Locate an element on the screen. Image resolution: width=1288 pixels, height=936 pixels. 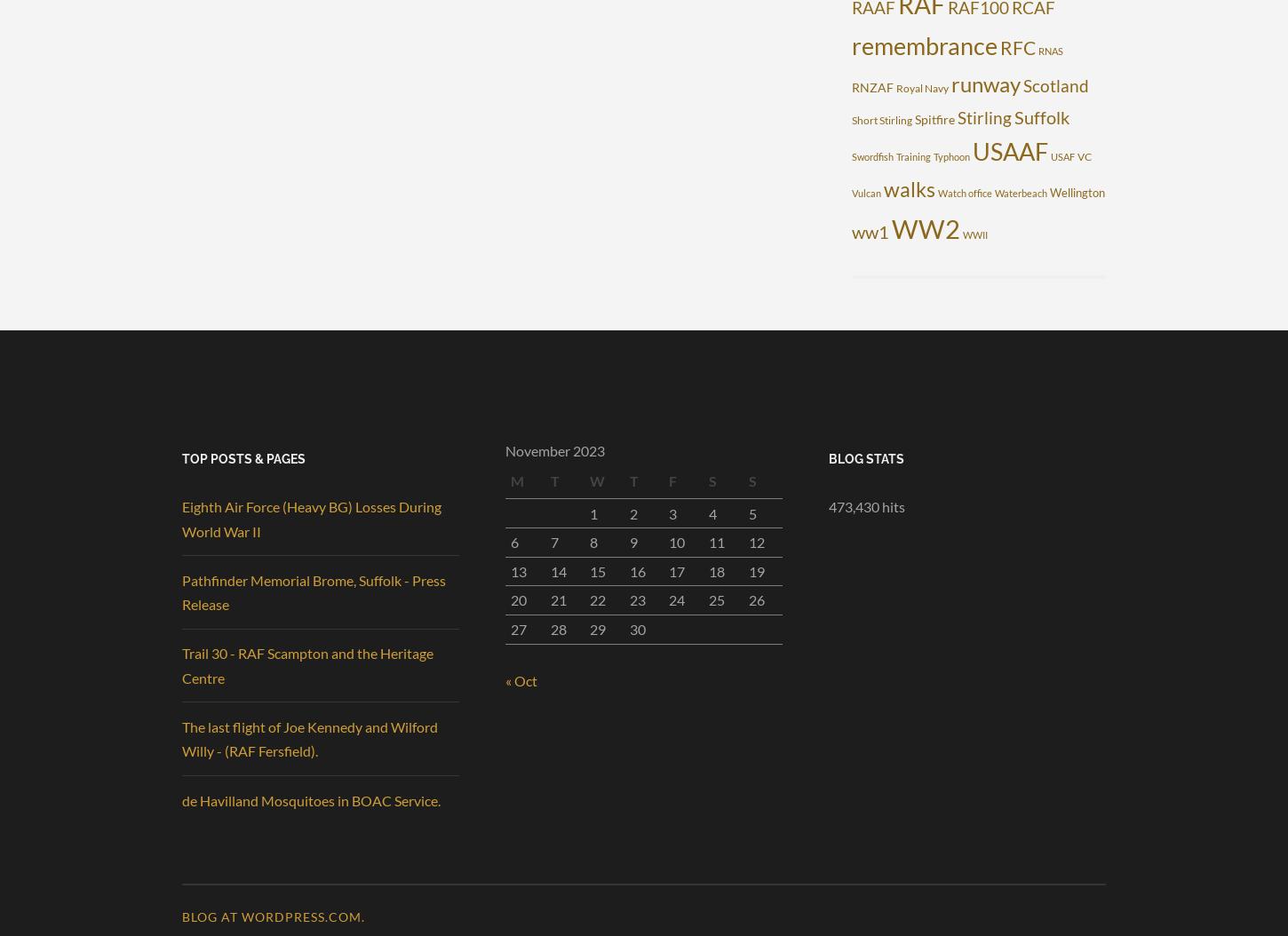
'Waterbeach' is located at coordinates (993, 193).